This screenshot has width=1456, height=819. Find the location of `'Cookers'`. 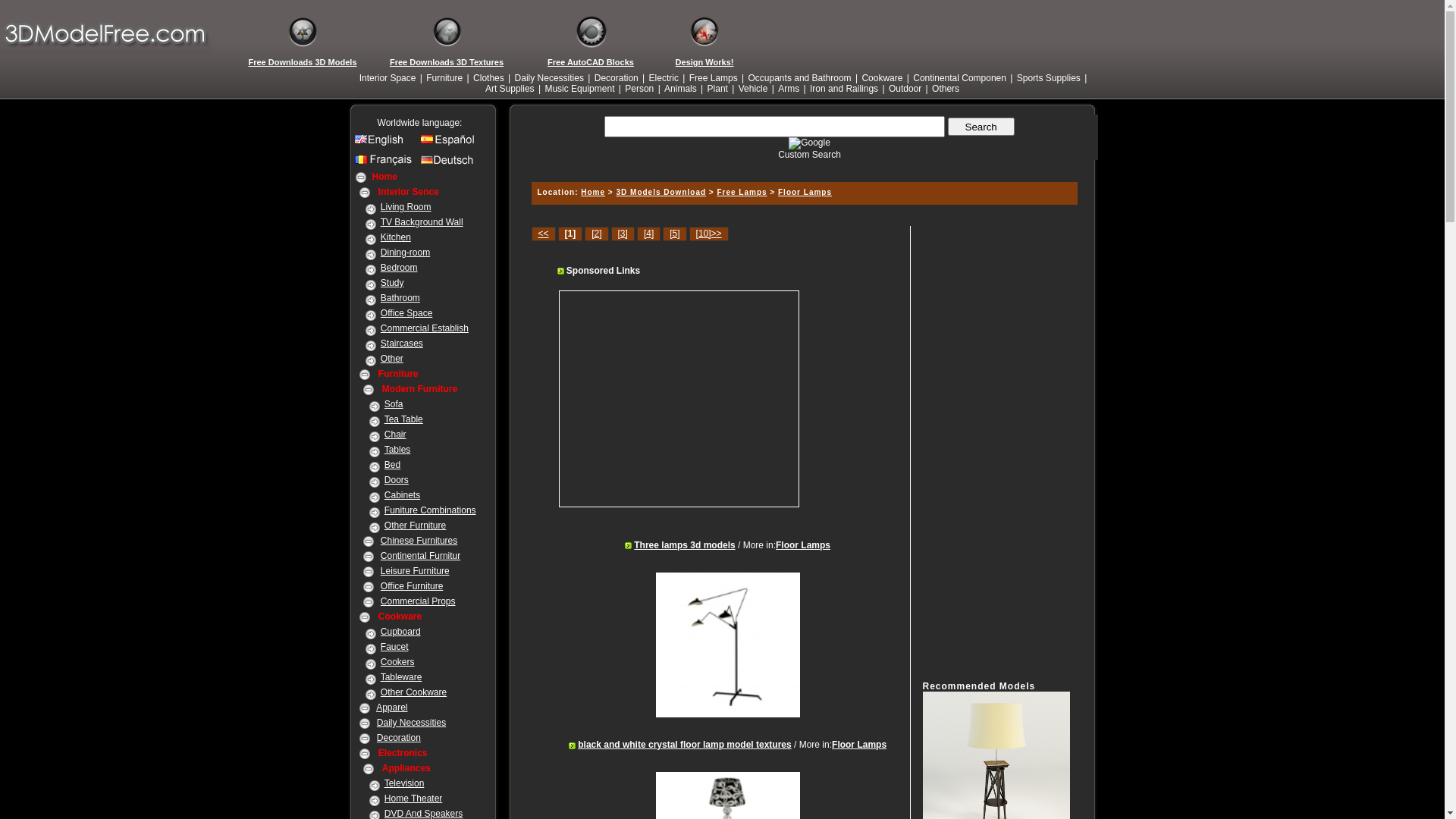

'Cookers' is located at coordinates (397, 661).